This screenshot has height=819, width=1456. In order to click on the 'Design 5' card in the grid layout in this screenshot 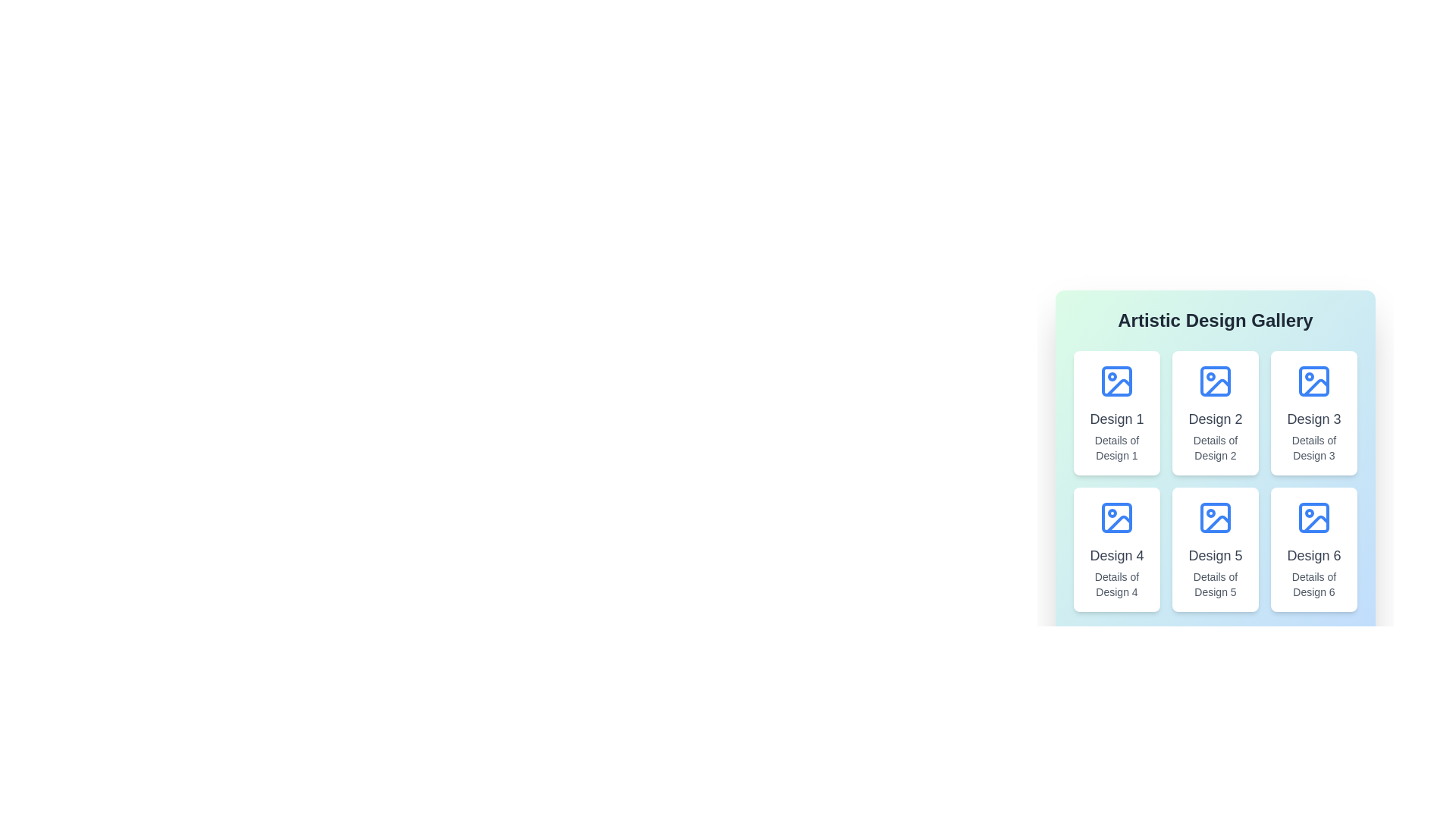, I will do `click(1216, 485)`.